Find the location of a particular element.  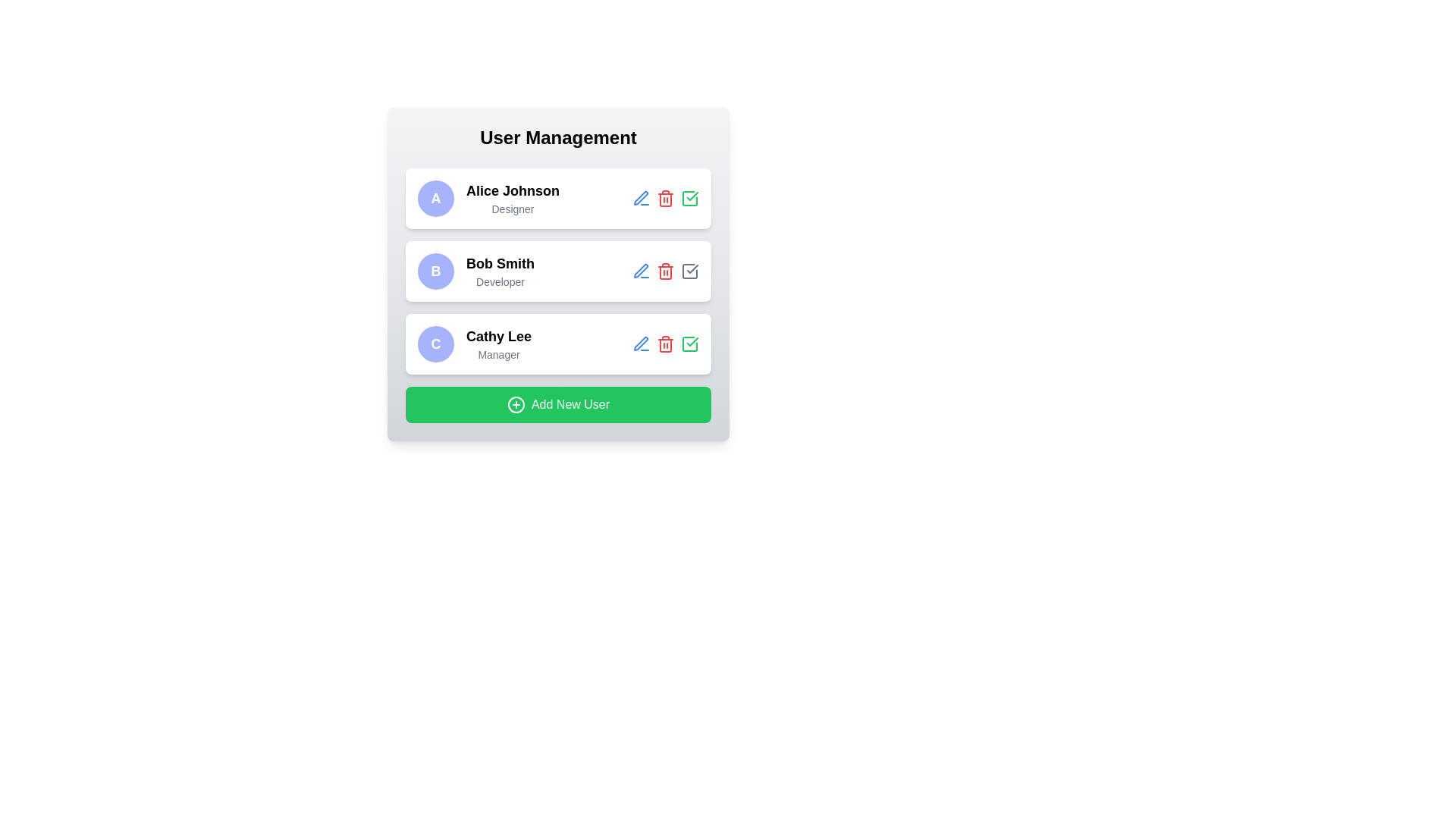

text label displaying the user's name located in the top-left corner of the first user profile card, positioned directly under the circular avatar labeled 'A' is located at coordinates (513, 190).